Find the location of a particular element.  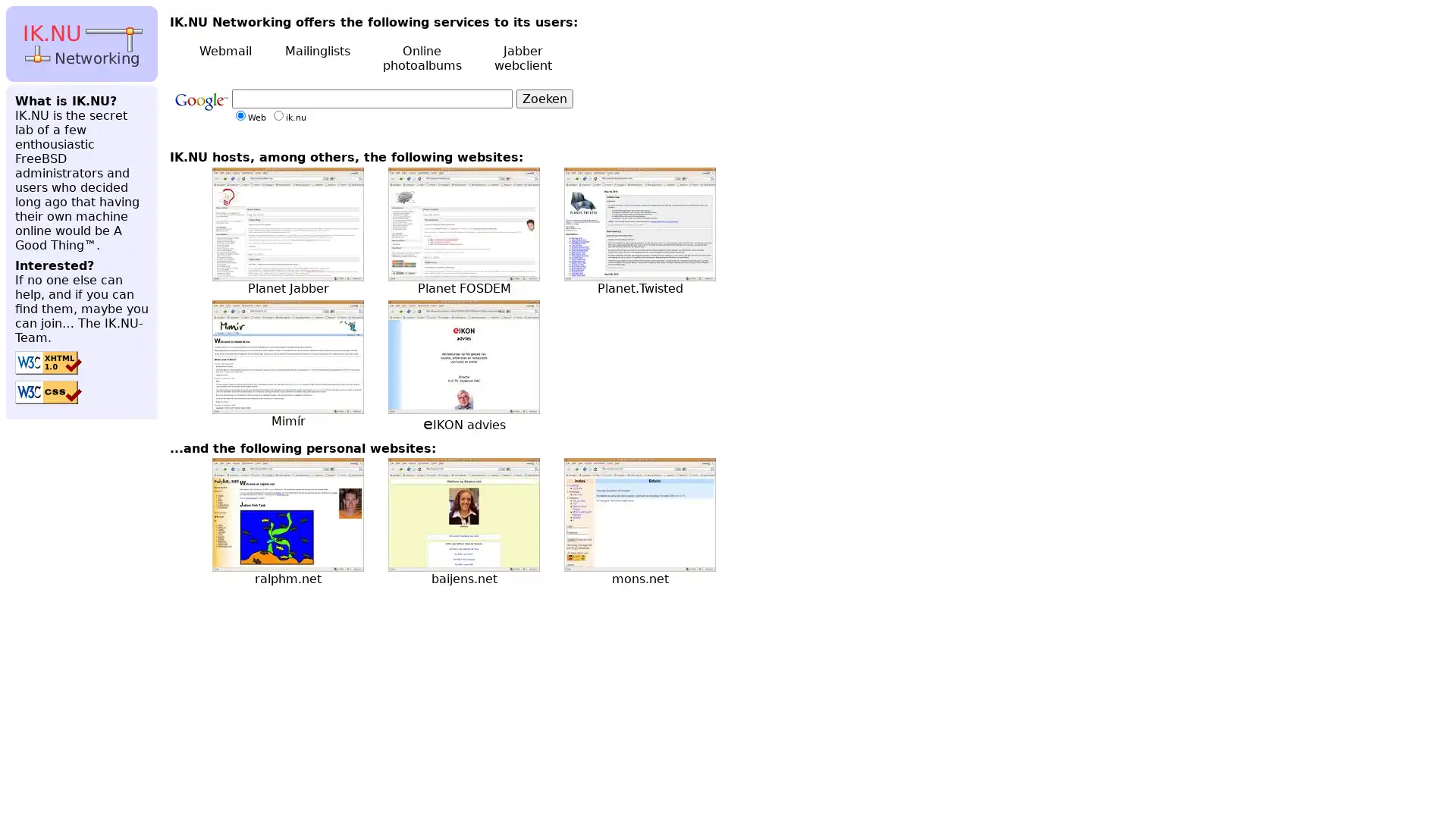

Zoeken is located at coordinates (544, 99).